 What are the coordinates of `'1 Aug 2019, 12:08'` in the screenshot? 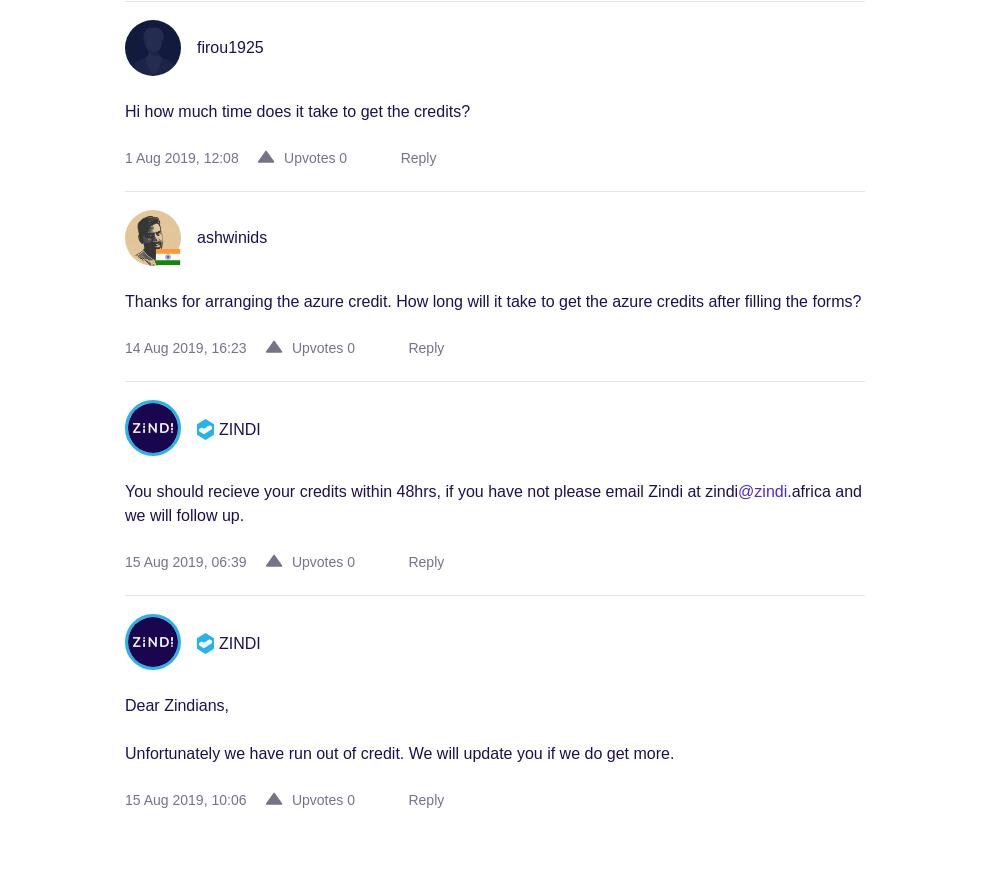 It's located at (181, 157).